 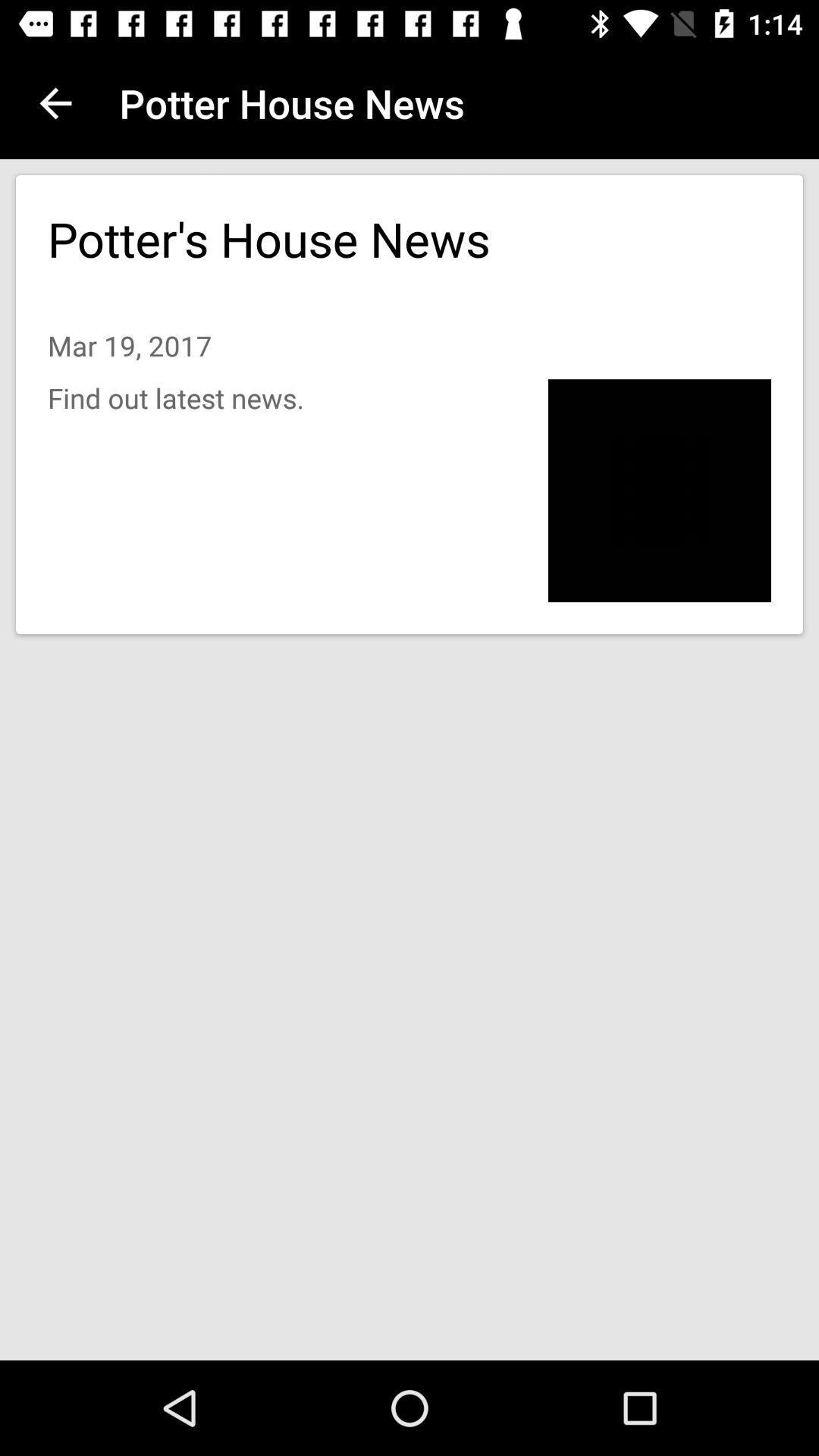 I want to click on item above the potter s house, so click(x=55, y=102).